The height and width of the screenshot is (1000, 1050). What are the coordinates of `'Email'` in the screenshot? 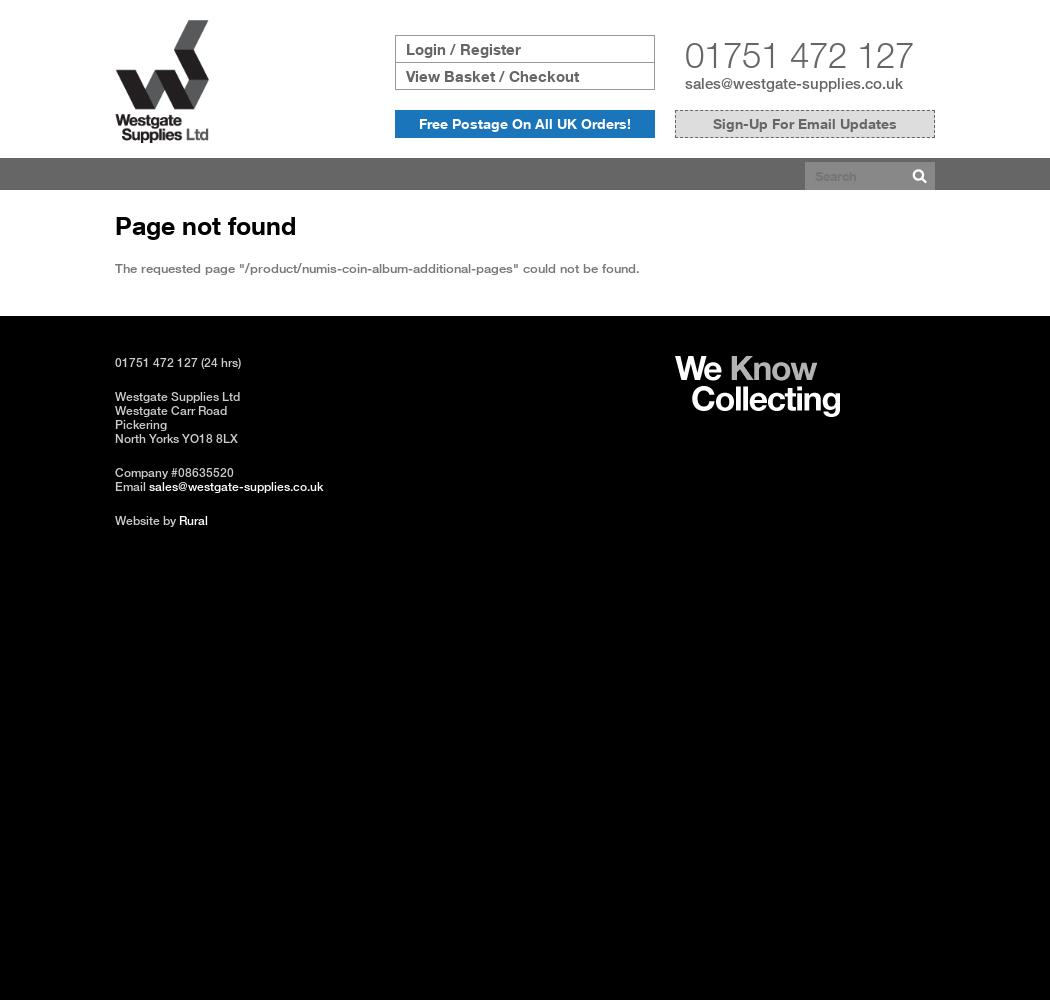 It's located at (130, 485).